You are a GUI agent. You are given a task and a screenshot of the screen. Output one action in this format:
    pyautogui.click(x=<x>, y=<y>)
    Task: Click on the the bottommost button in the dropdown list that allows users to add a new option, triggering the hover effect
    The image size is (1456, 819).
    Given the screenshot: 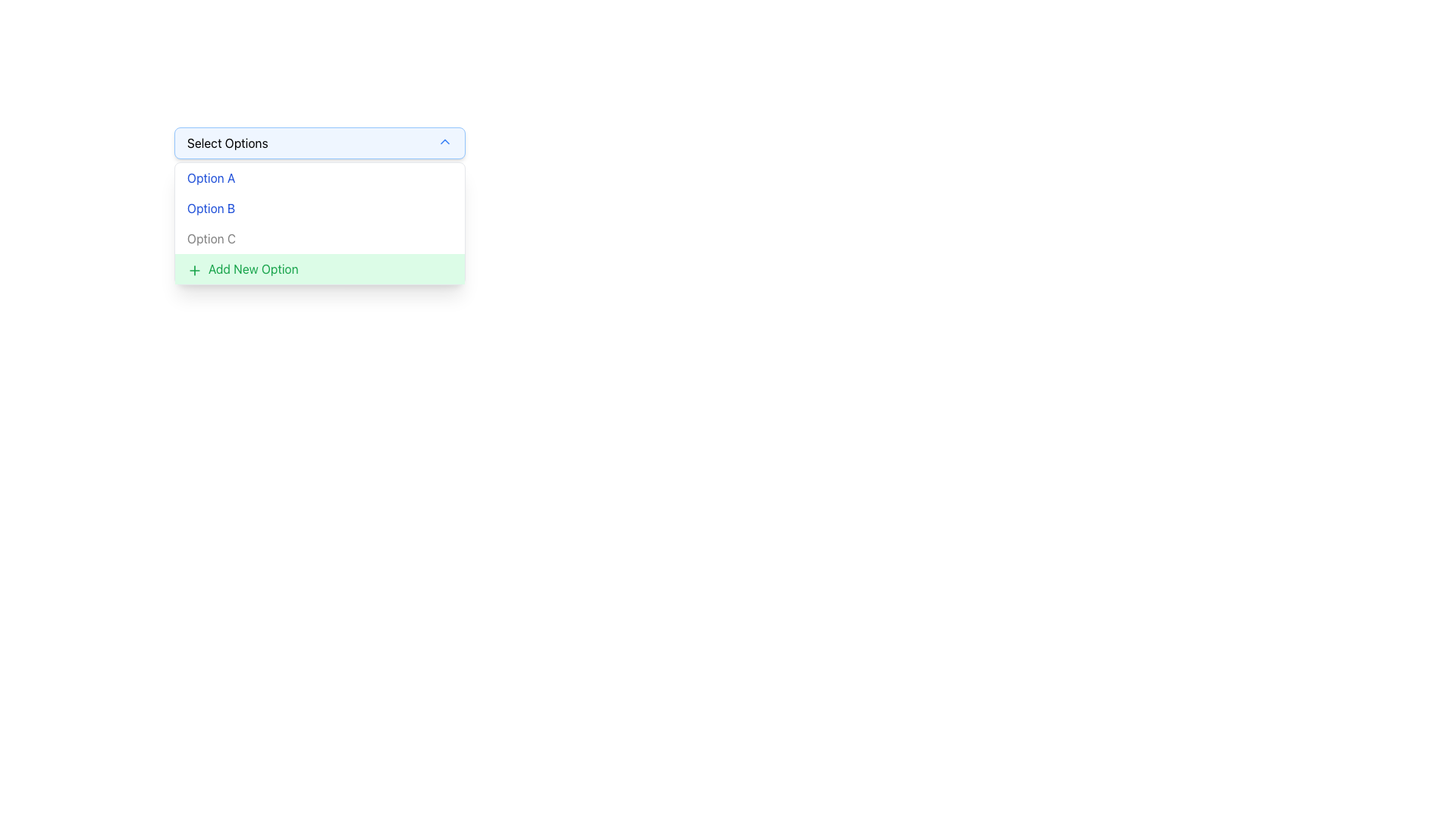 What is the action you would take?
    pyautogui.click(x=319, y=268)
    